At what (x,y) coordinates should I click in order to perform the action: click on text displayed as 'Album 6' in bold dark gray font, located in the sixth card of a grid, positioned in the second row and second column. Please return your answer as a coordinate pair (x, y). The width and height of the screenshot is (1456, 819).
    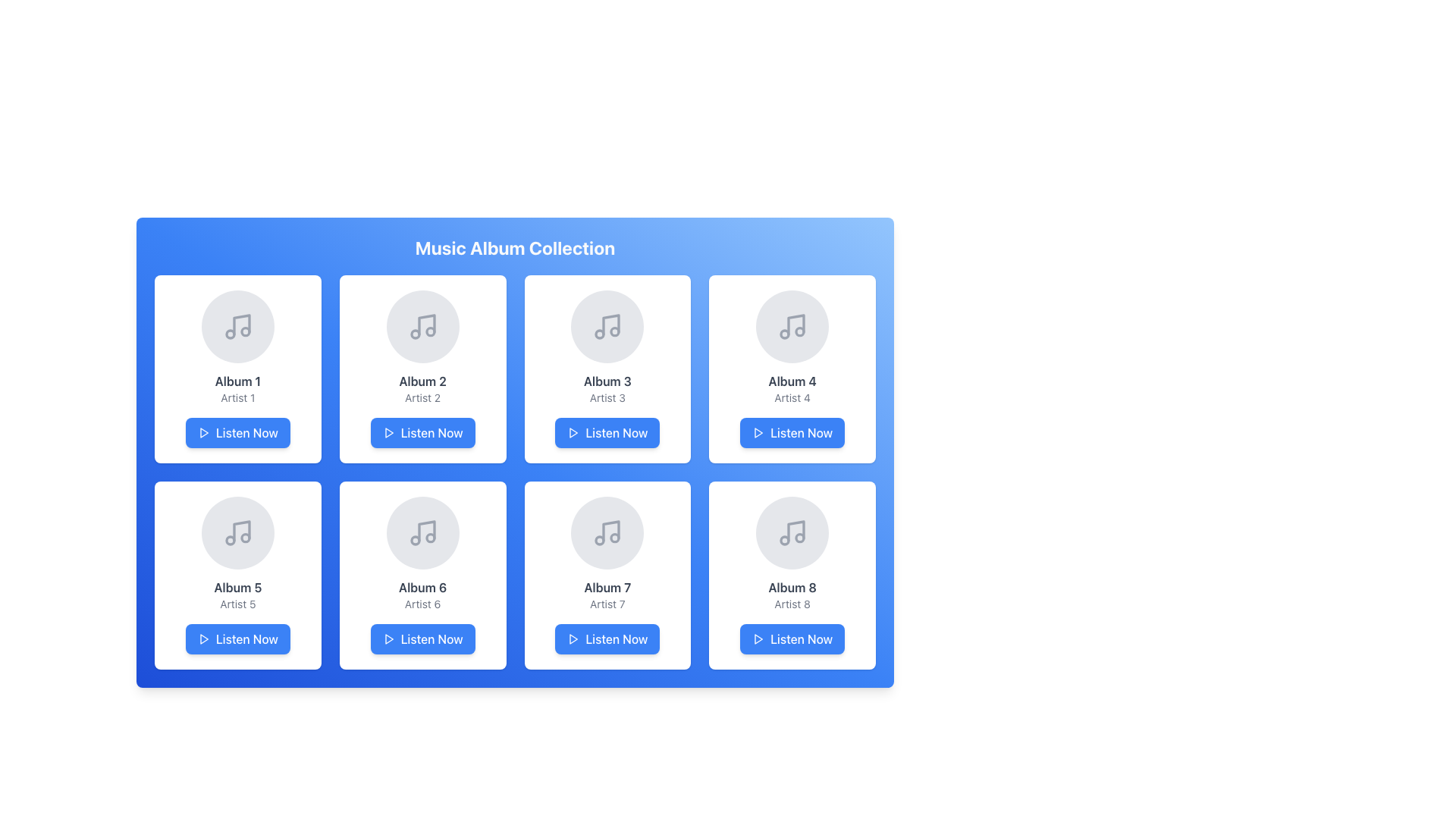
    Looking at the image, I should click on (422, 587).